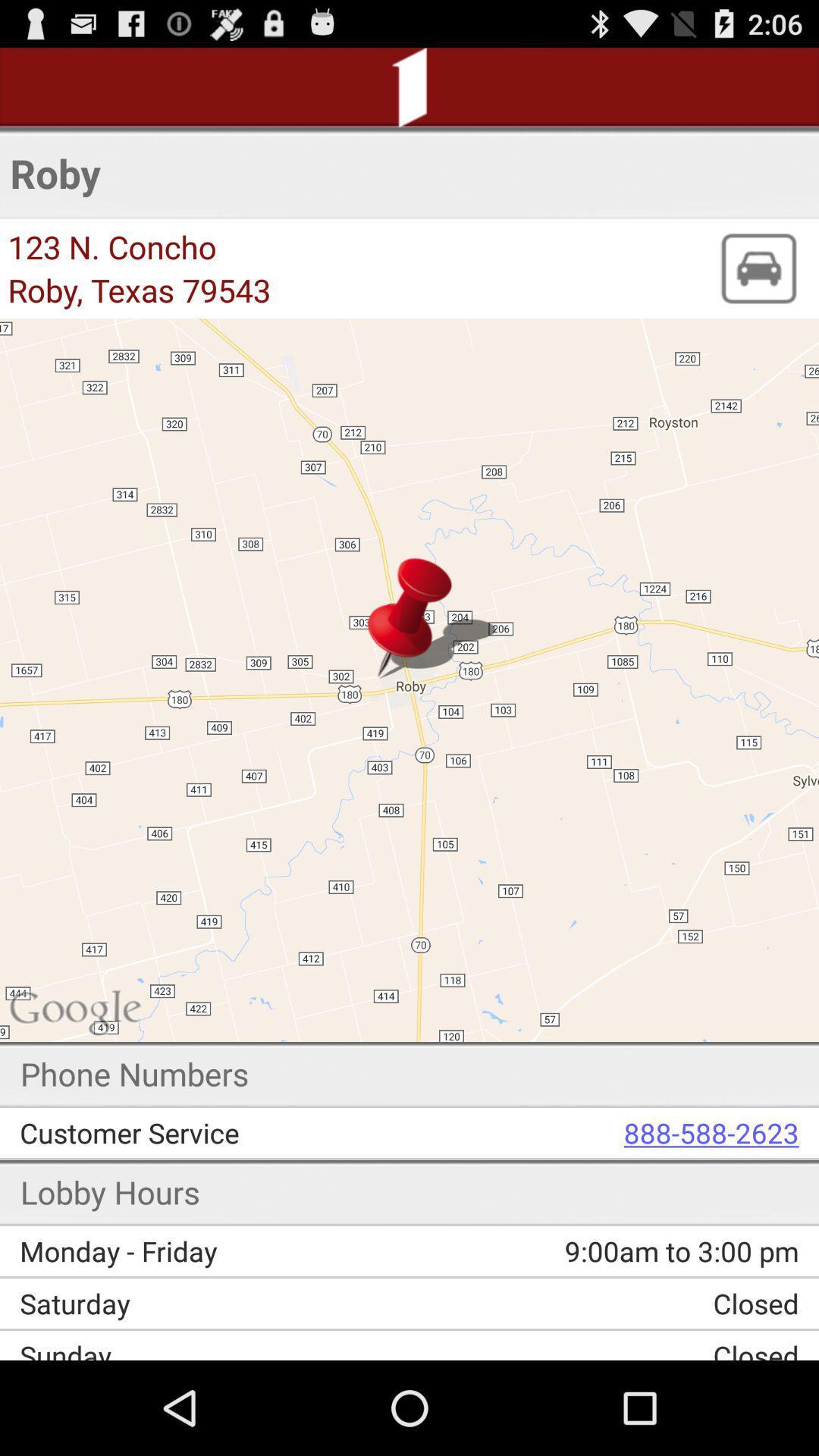  Describe the element at coordinates (594, 1251) in the screenshot. I see `the item above the saturday item` at that location.